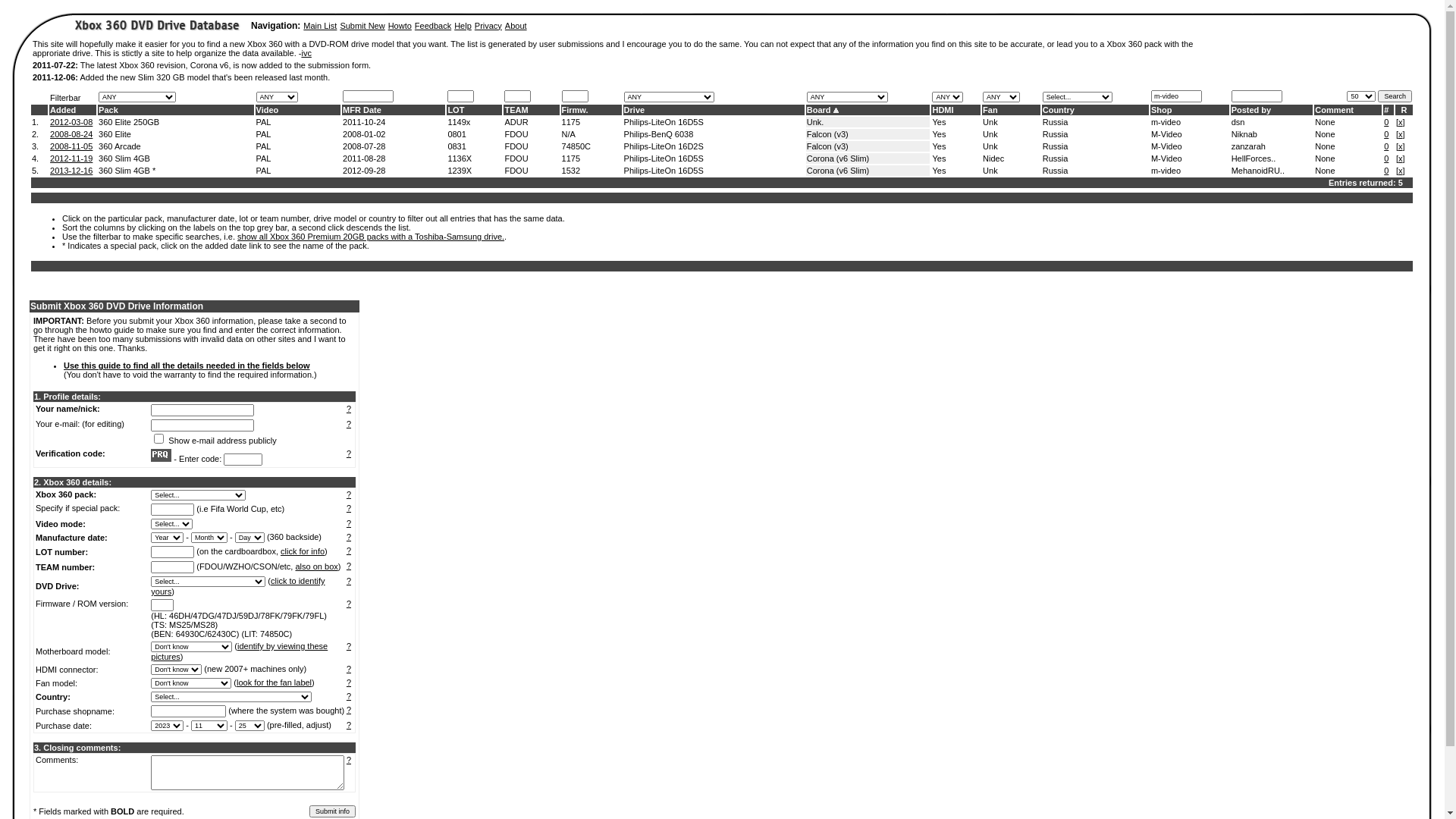  What do you see at coordinates (664, 158) in the screenshot?
I see `'Philips-LiteOn 16D5S'` at bounding box center [664, 158].